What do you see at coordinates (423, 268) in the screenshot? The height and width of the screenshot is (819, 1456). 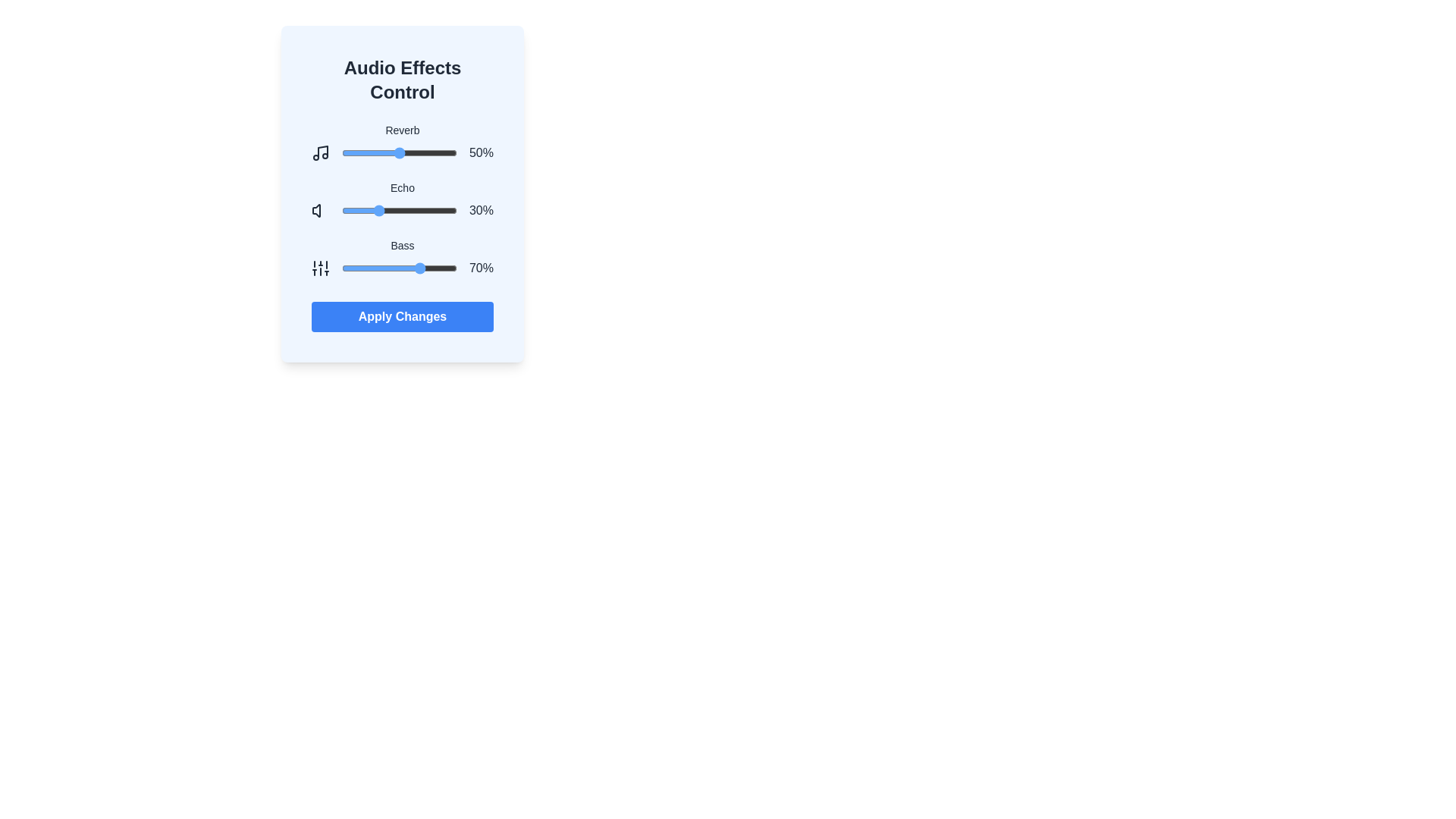 I see `the bass effect` at bounding box center [423, 268].